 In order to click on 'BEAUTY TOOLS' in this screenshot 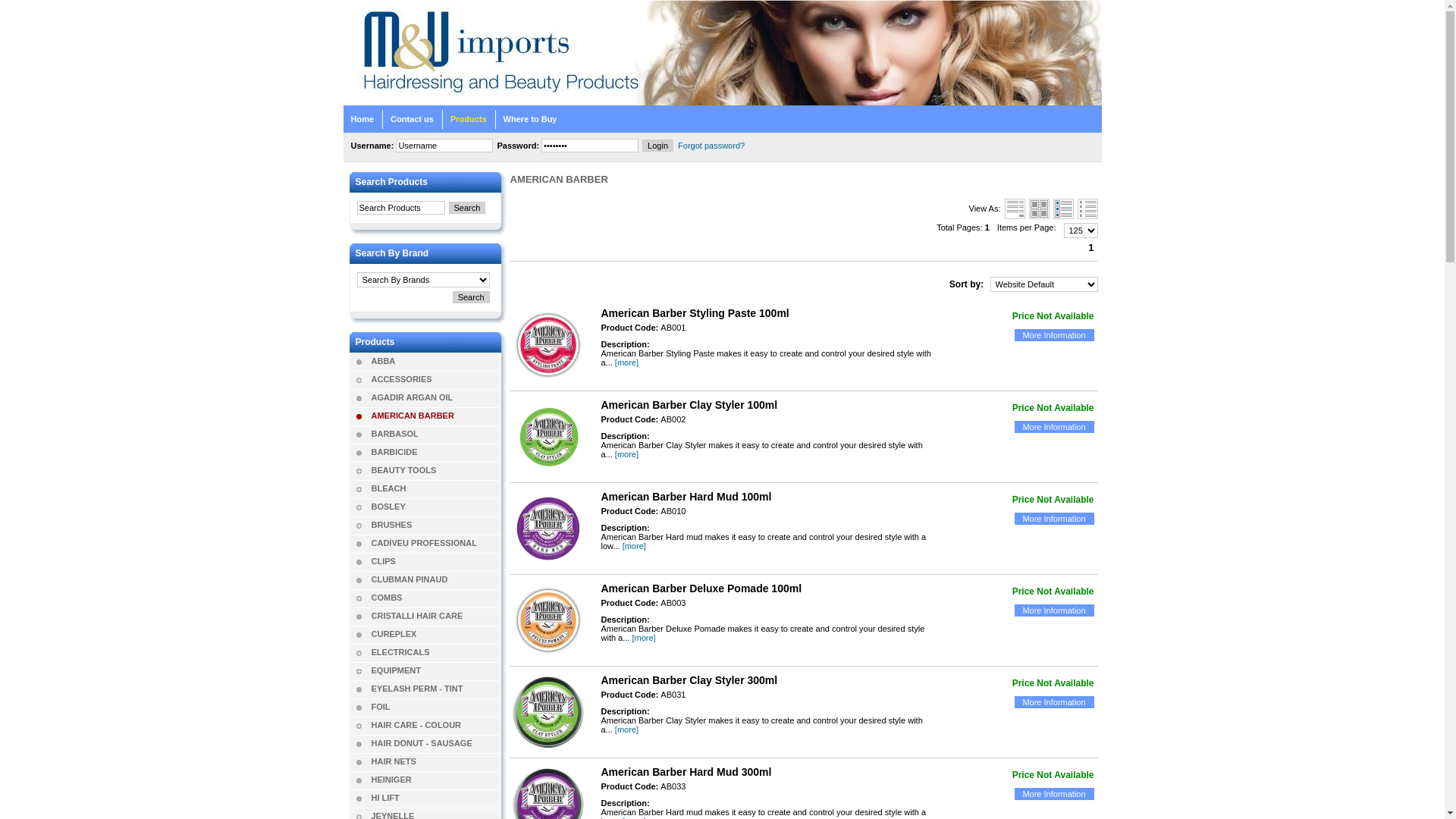, I will do `click(435, 469)`.